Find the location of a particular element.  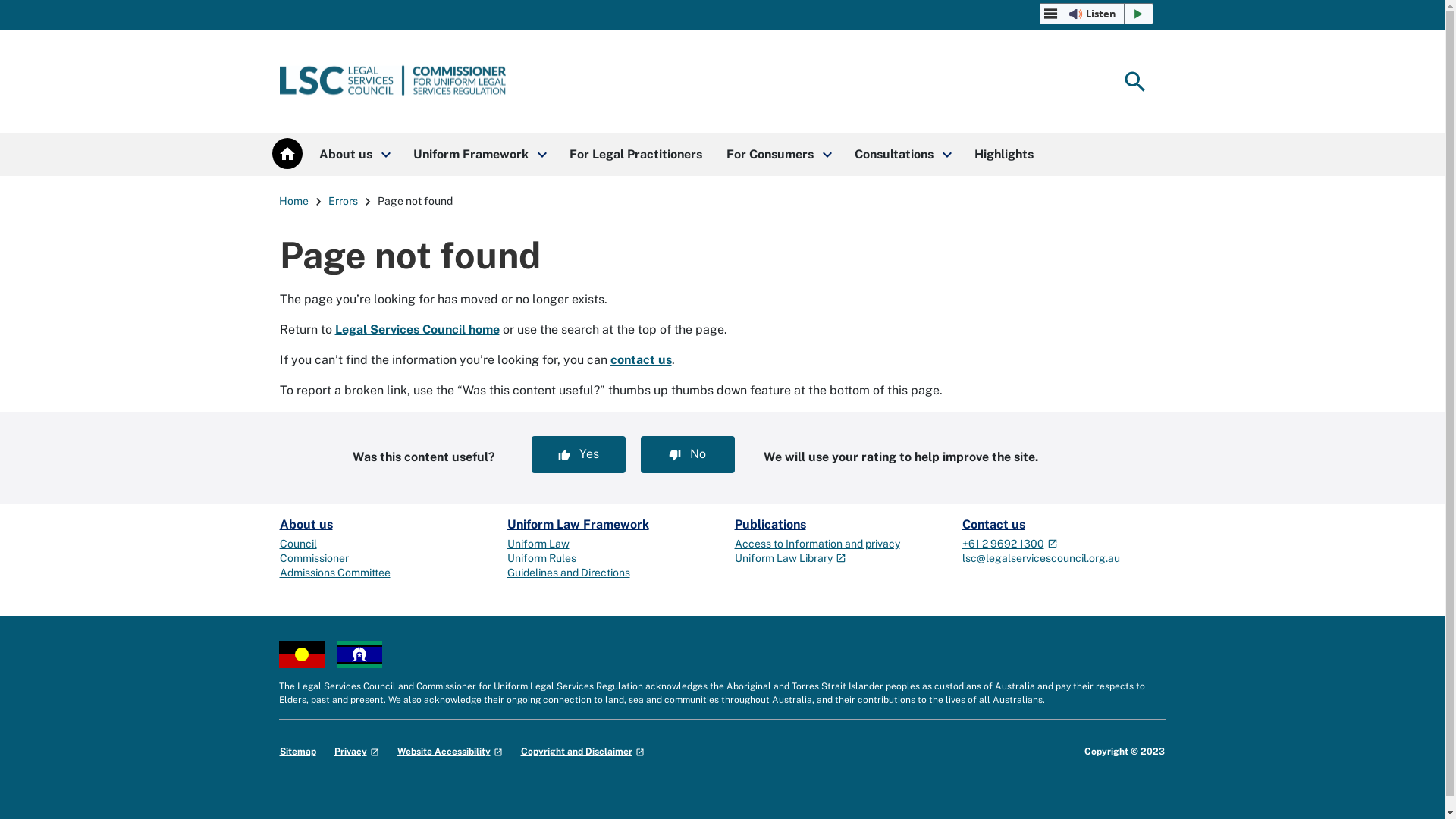

'The webite of Legal Services council' is located at coordinates (393, 82).